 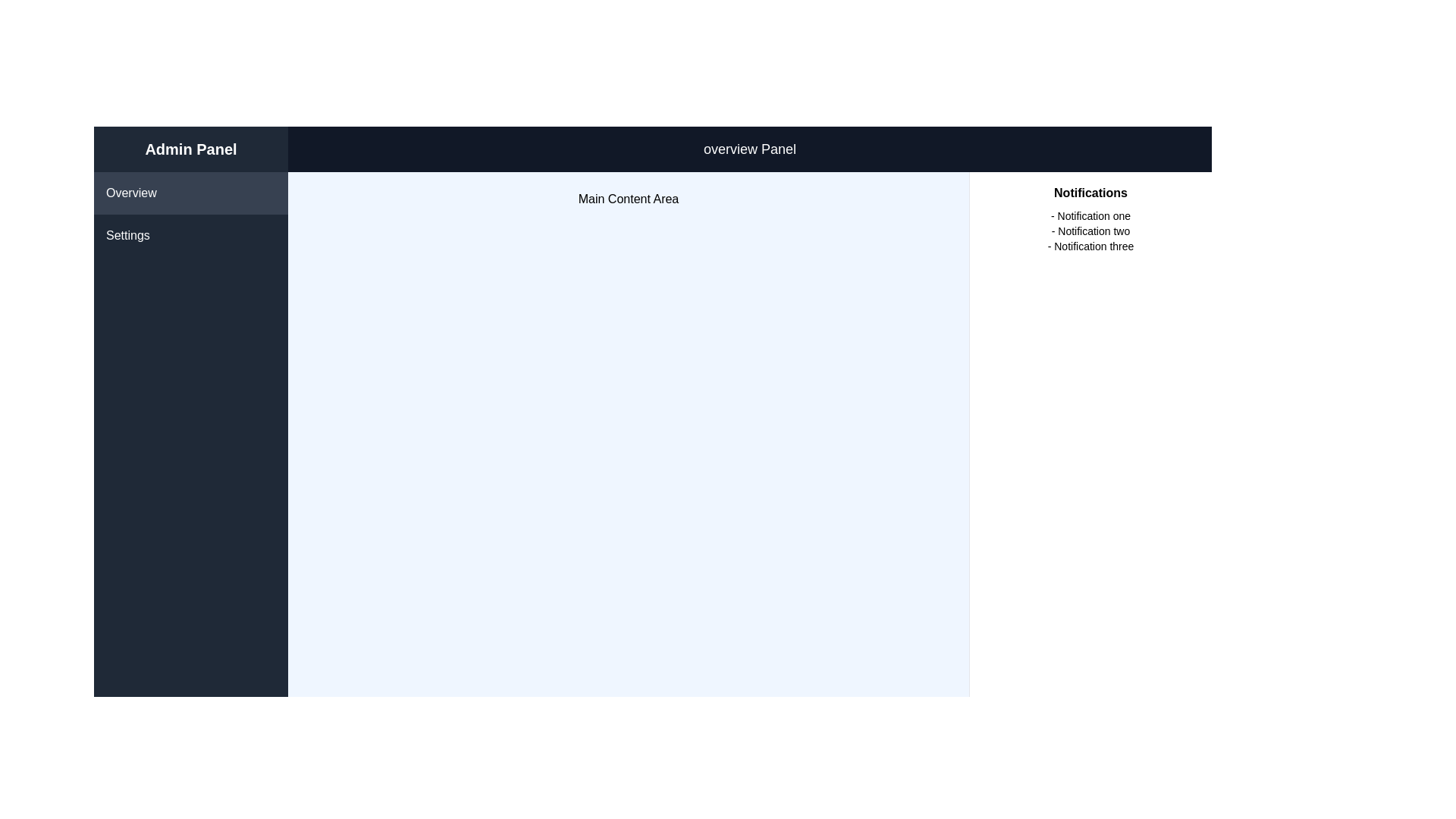 I want to click on the 'Admin Panel' static text label at the top of the vertical sidebar, which displays bold white text on a dark blue background, so click(x=190, y=149).